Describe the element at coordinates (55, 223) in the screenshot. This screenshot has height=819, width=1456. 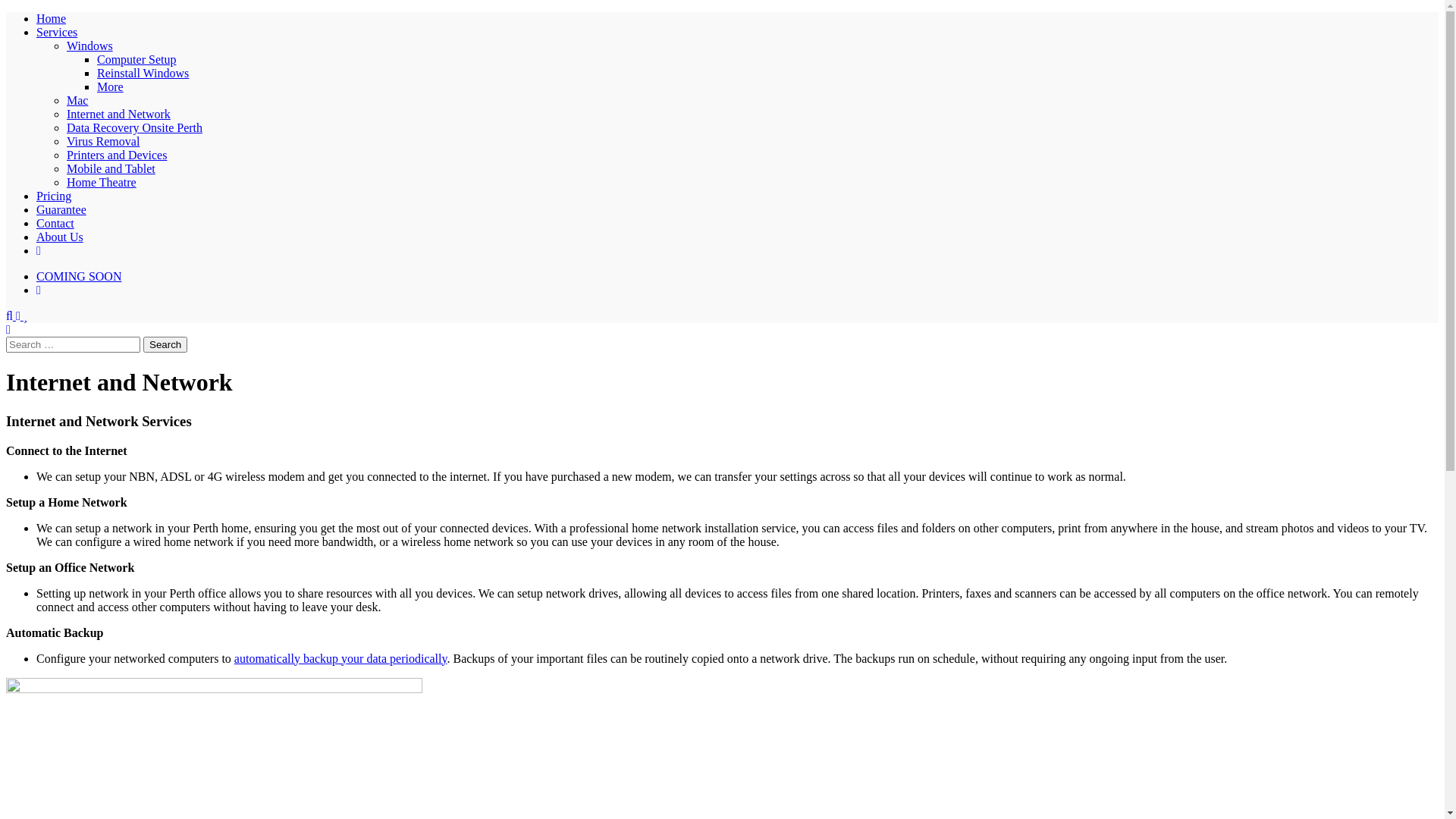
I see `'Contact'` at that location.